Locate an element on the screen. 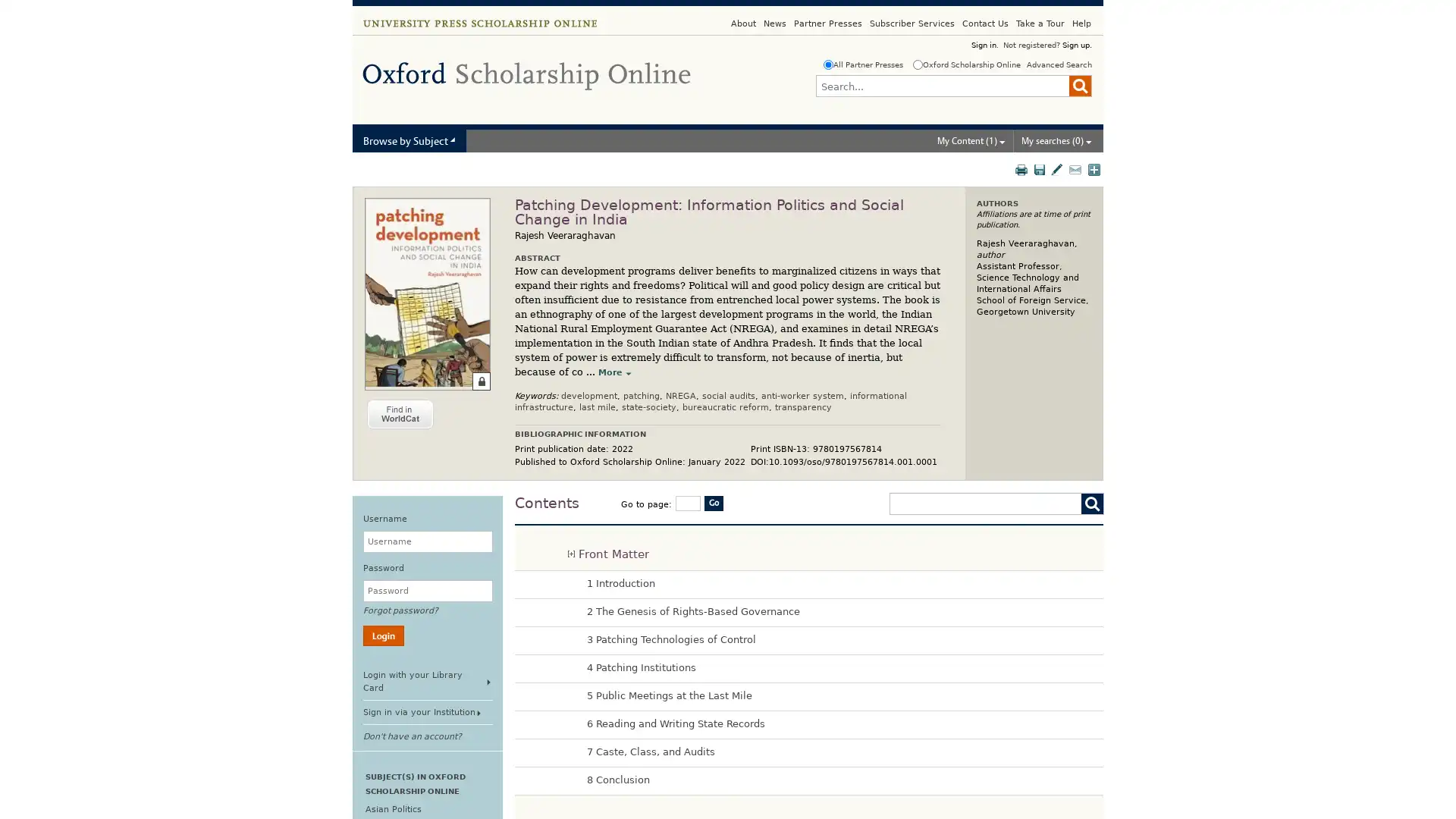 The width and height of the screenshot is (1456, 819). Search is located at coordinates (1080, 86).